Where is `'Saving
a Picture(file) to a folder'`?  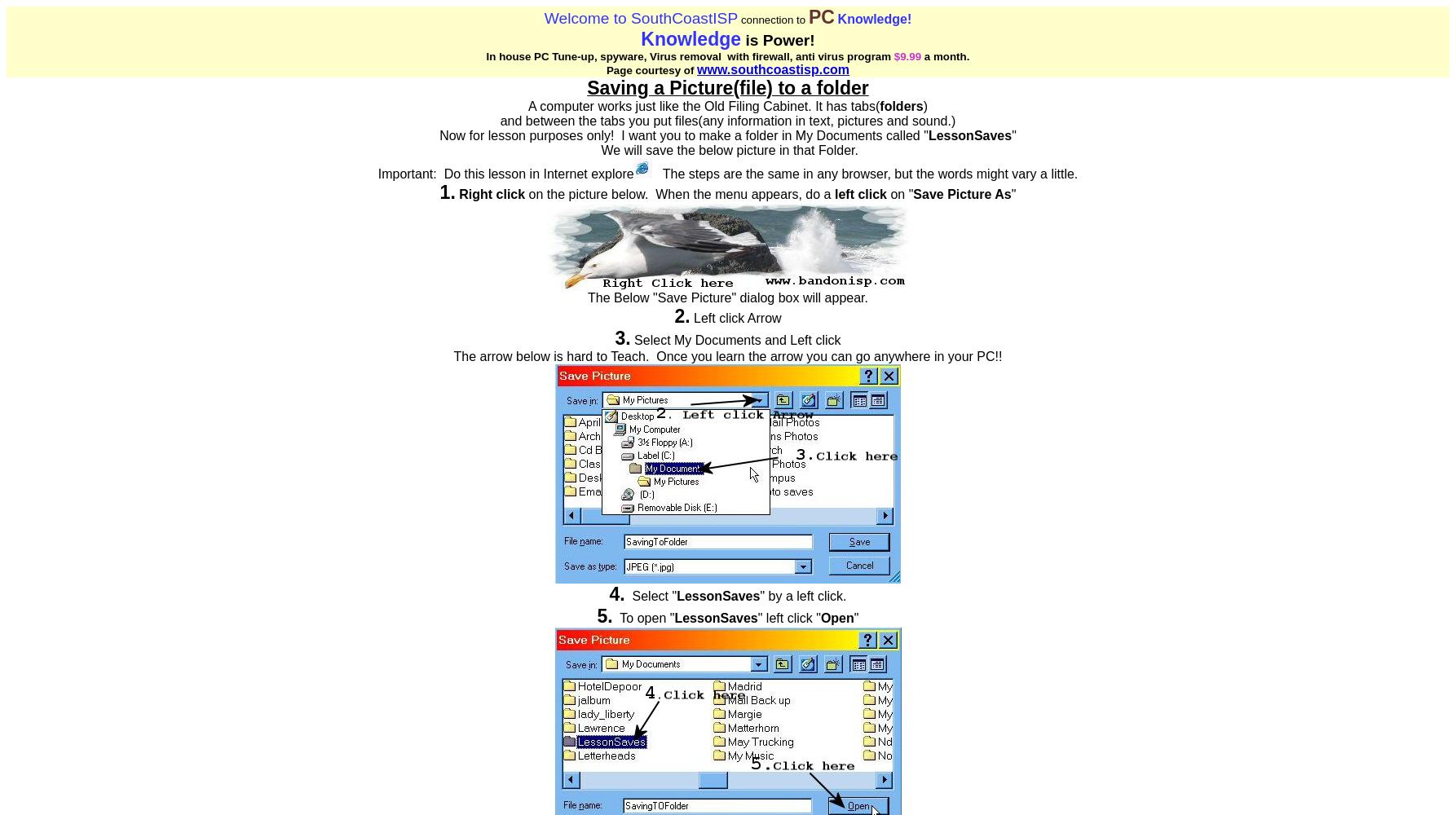 'Saving
a Picture(file) to a folder' is located at coordinates (726, 87).